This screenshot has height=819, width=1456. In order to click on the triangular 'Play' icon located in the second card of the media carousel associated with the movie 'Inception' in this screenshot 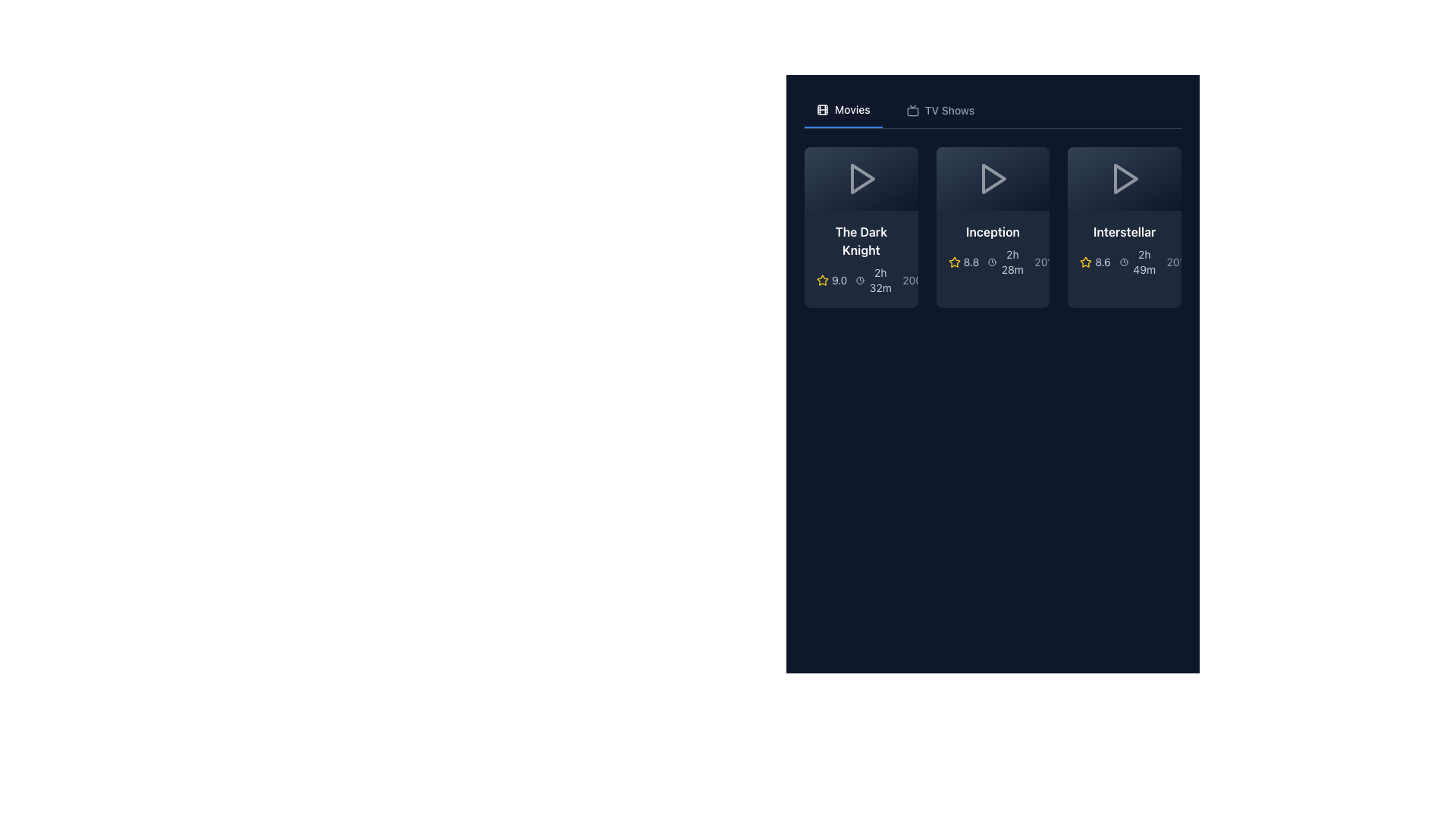, I will do `click(993, 177)`.